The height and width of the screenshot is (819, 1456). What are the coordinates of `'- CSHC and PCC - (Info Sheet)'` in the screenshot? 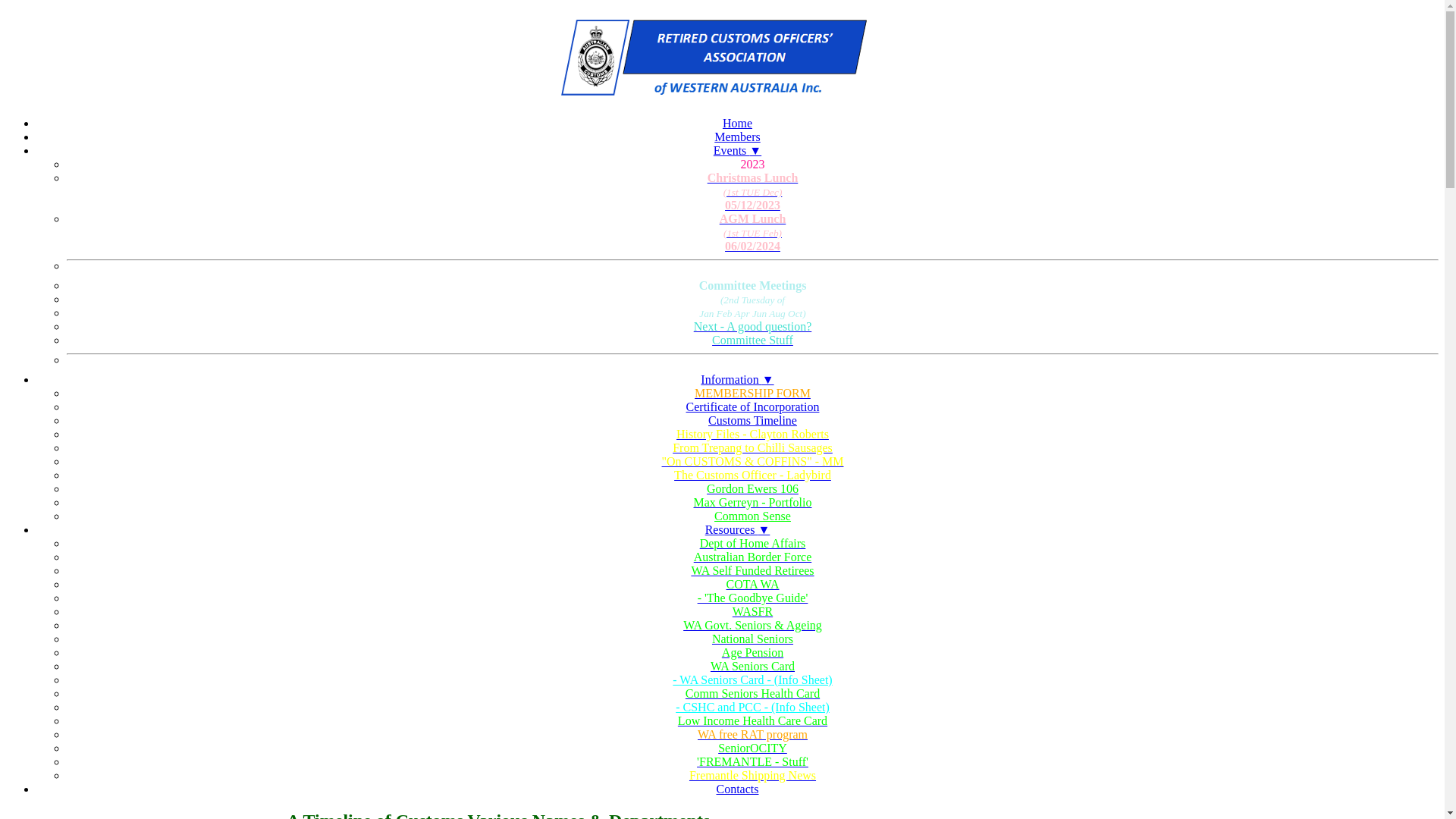 It's located at (752, 707).